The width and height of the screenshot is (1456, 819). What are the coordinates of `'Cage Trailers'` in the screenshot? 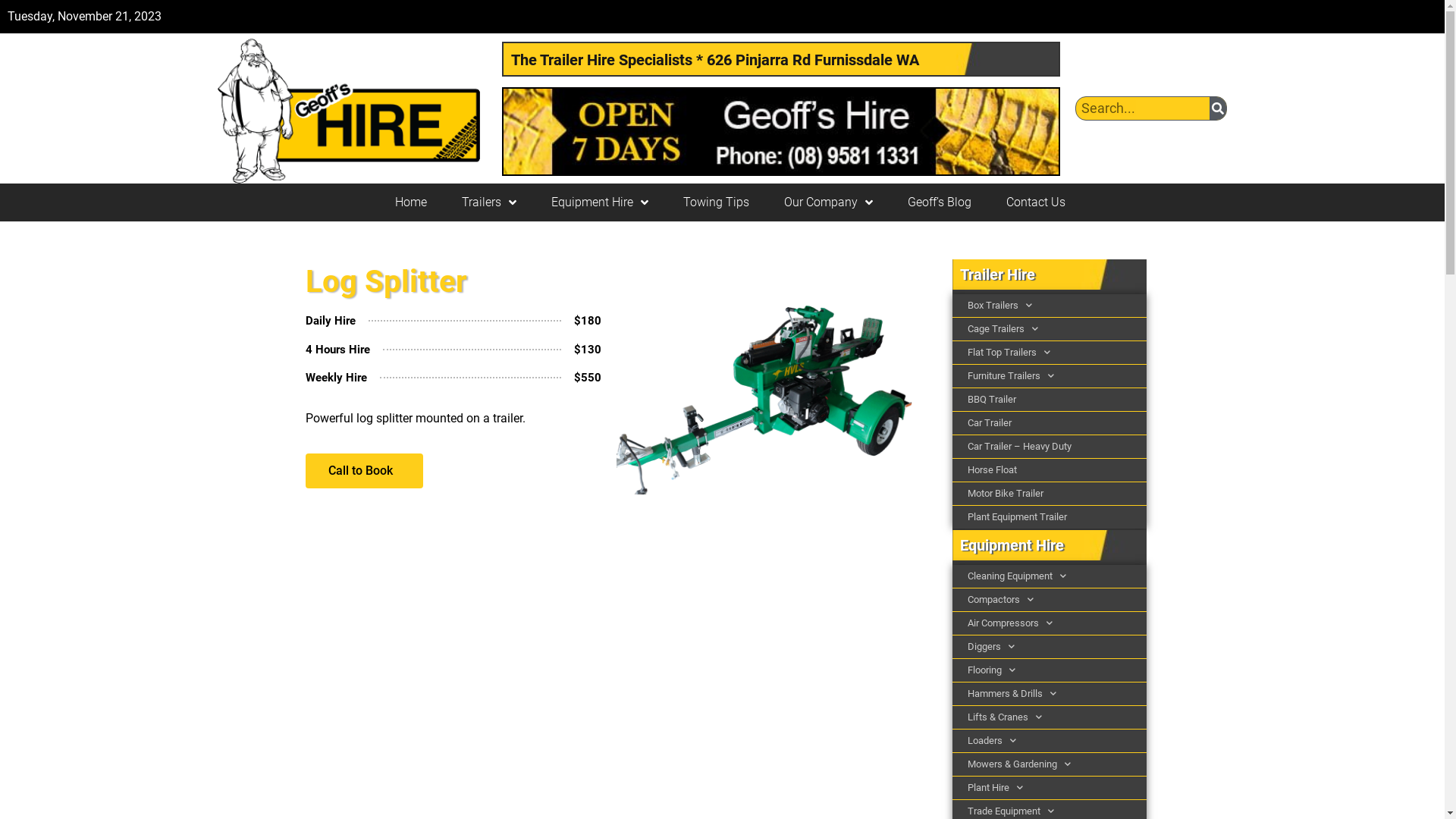 It's located at (1048, 328).